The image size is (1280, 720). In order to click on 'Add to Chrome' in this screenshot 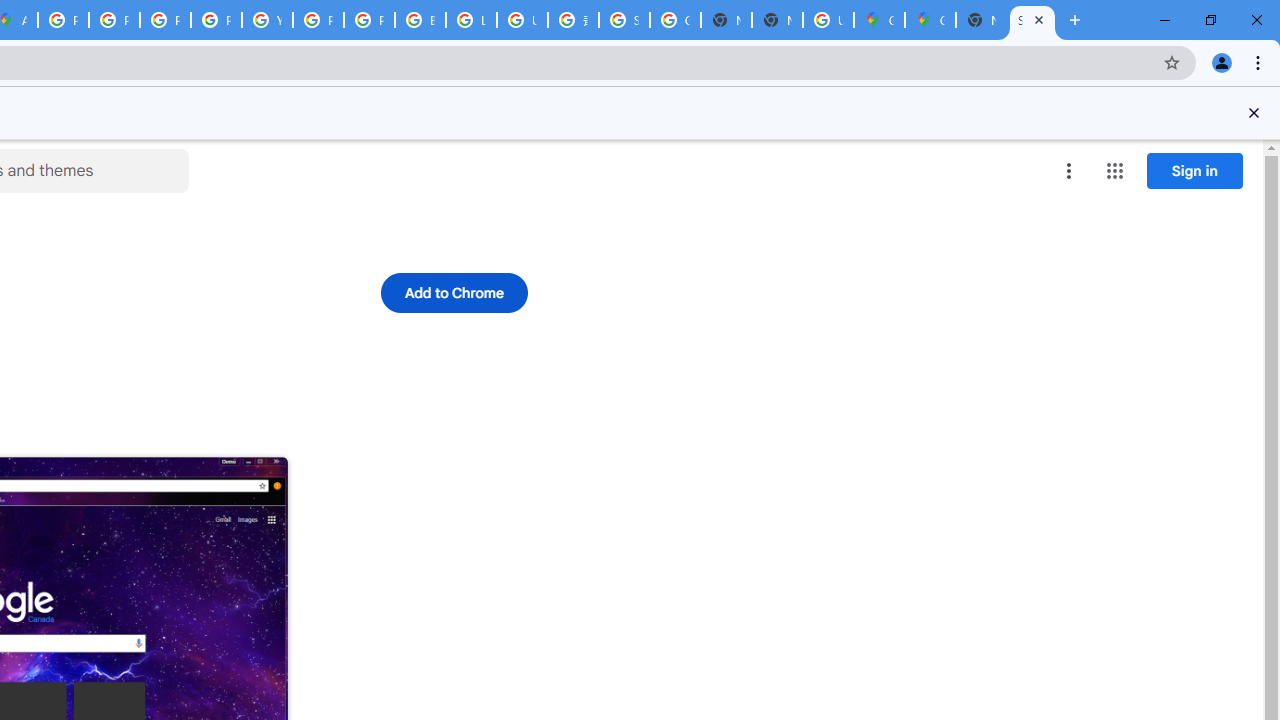, I will do `click(452, 293)`.